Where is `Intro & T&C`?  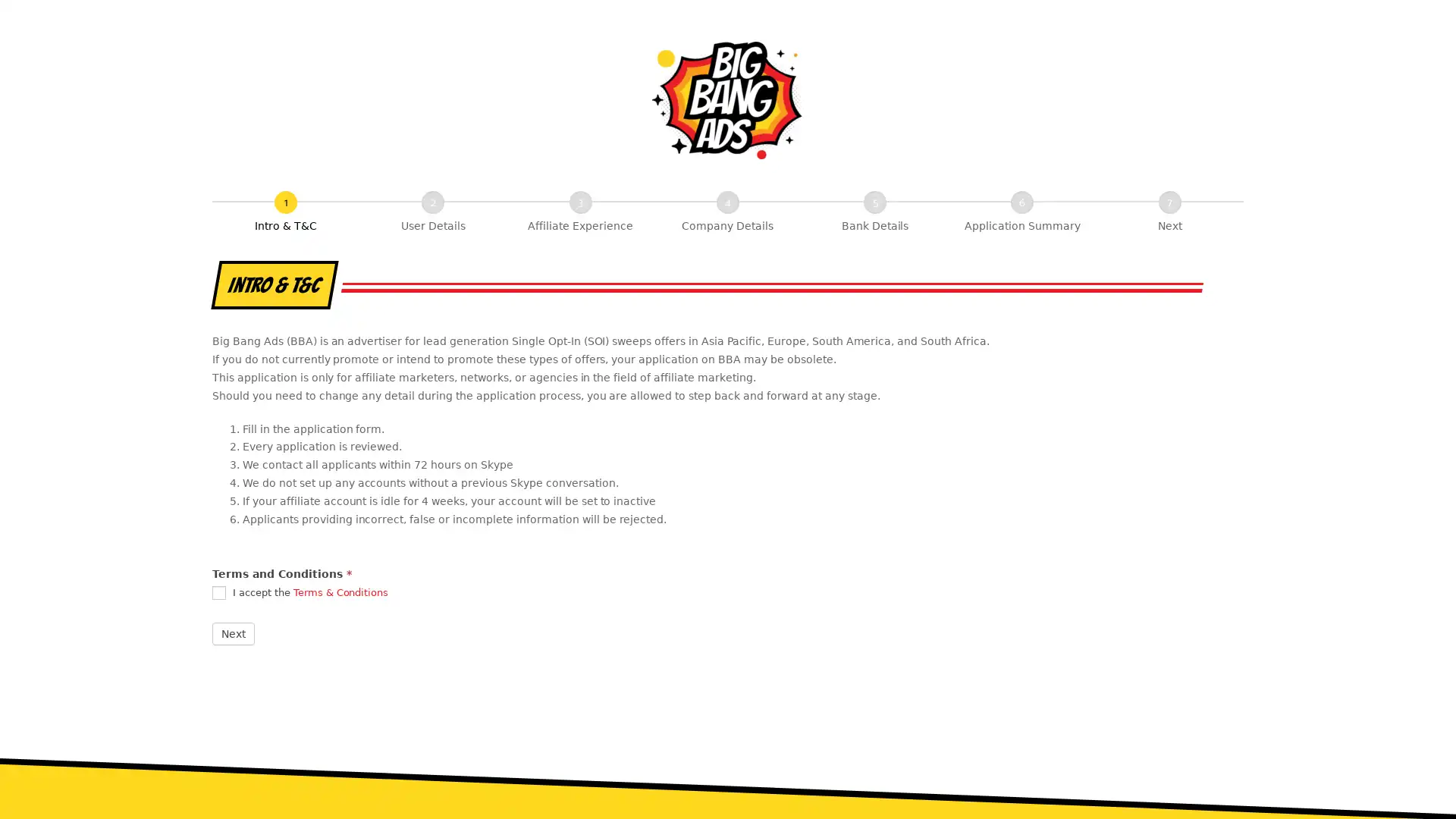
Intro & T&C is located at coordinates (286, 201).